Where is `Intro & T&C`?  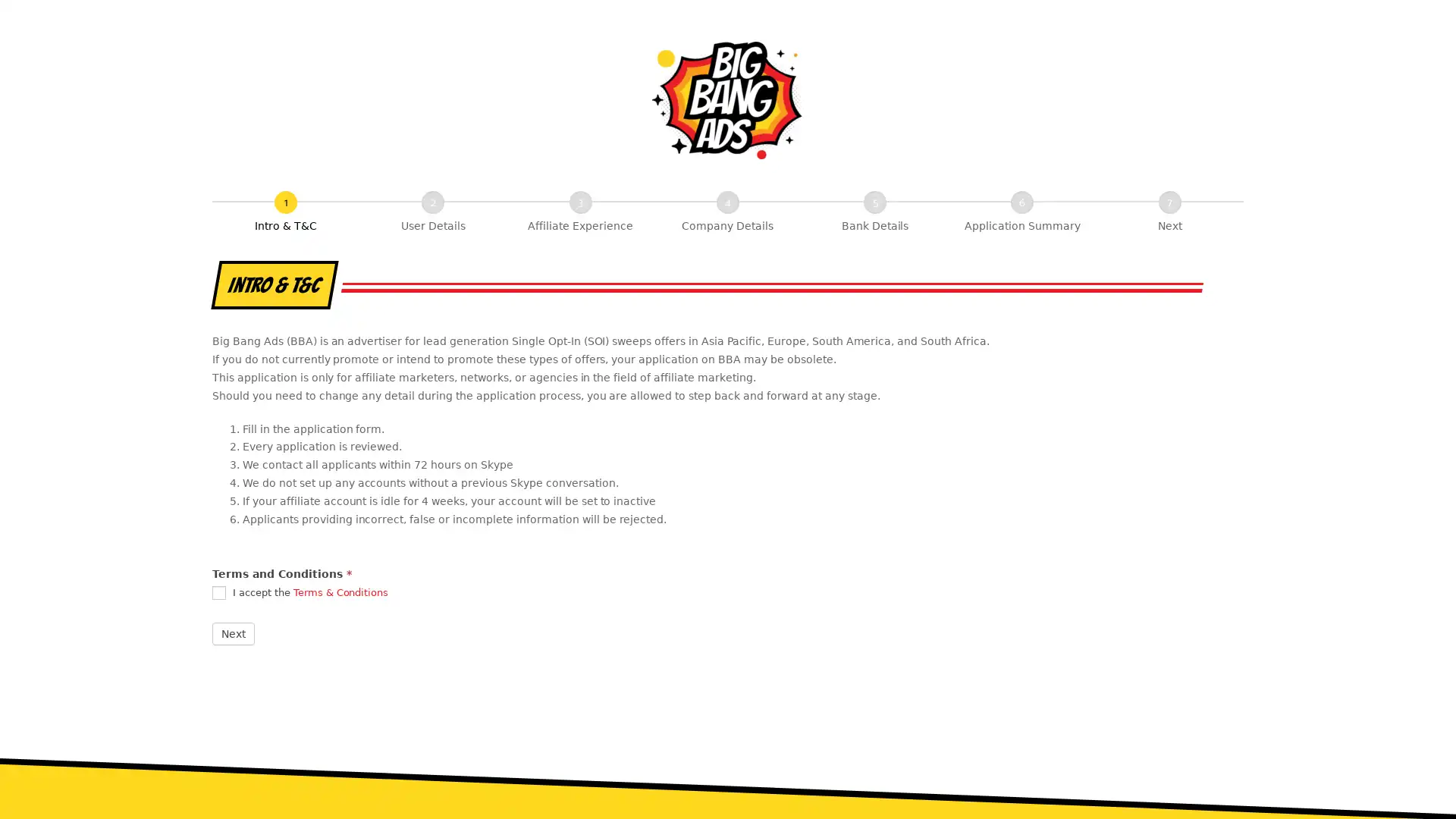
Intro & T&C is located at coordinates (286, 201).